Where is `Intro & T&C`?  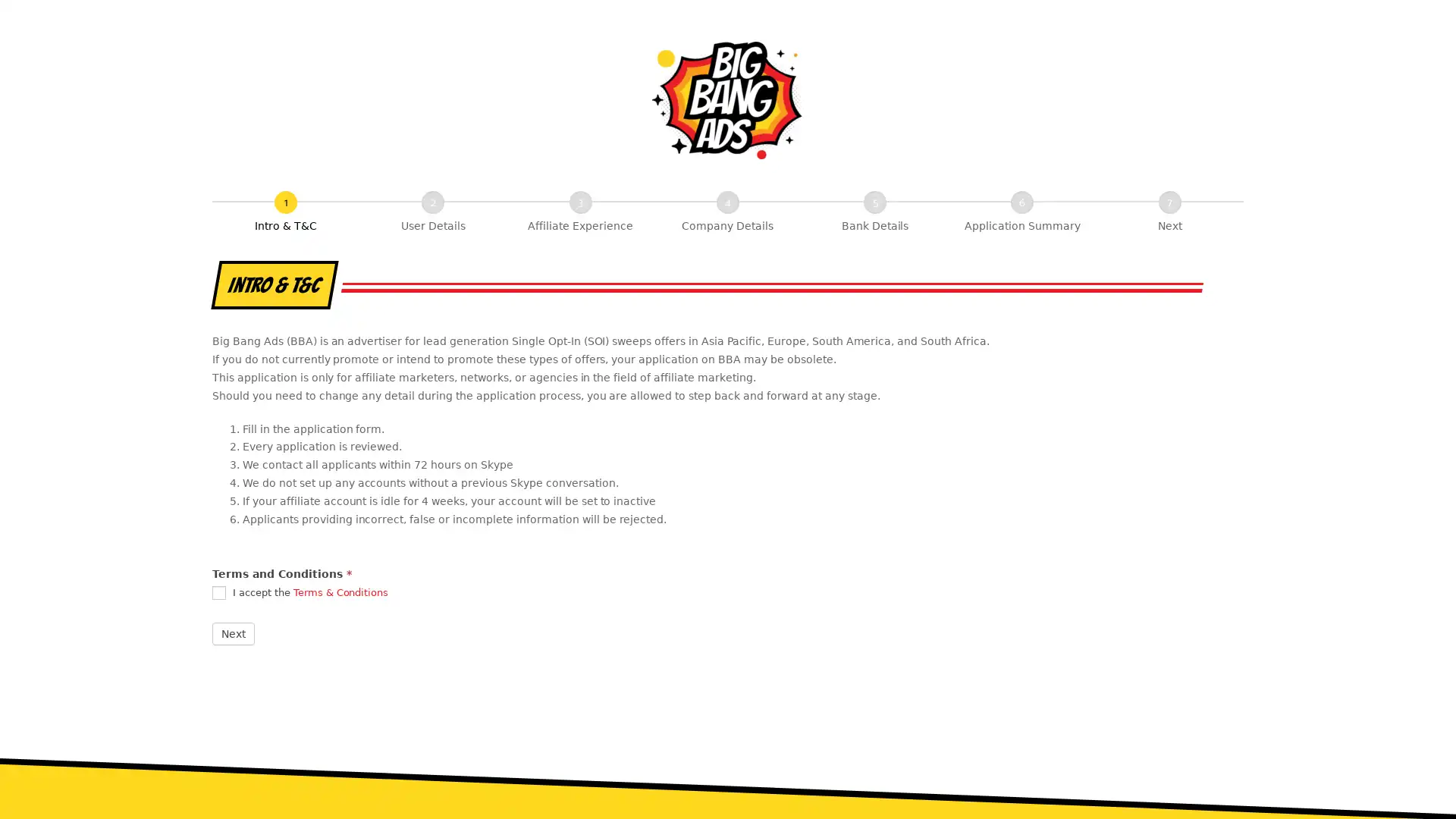
Intro & T&C is located at coordinates (286, 201).